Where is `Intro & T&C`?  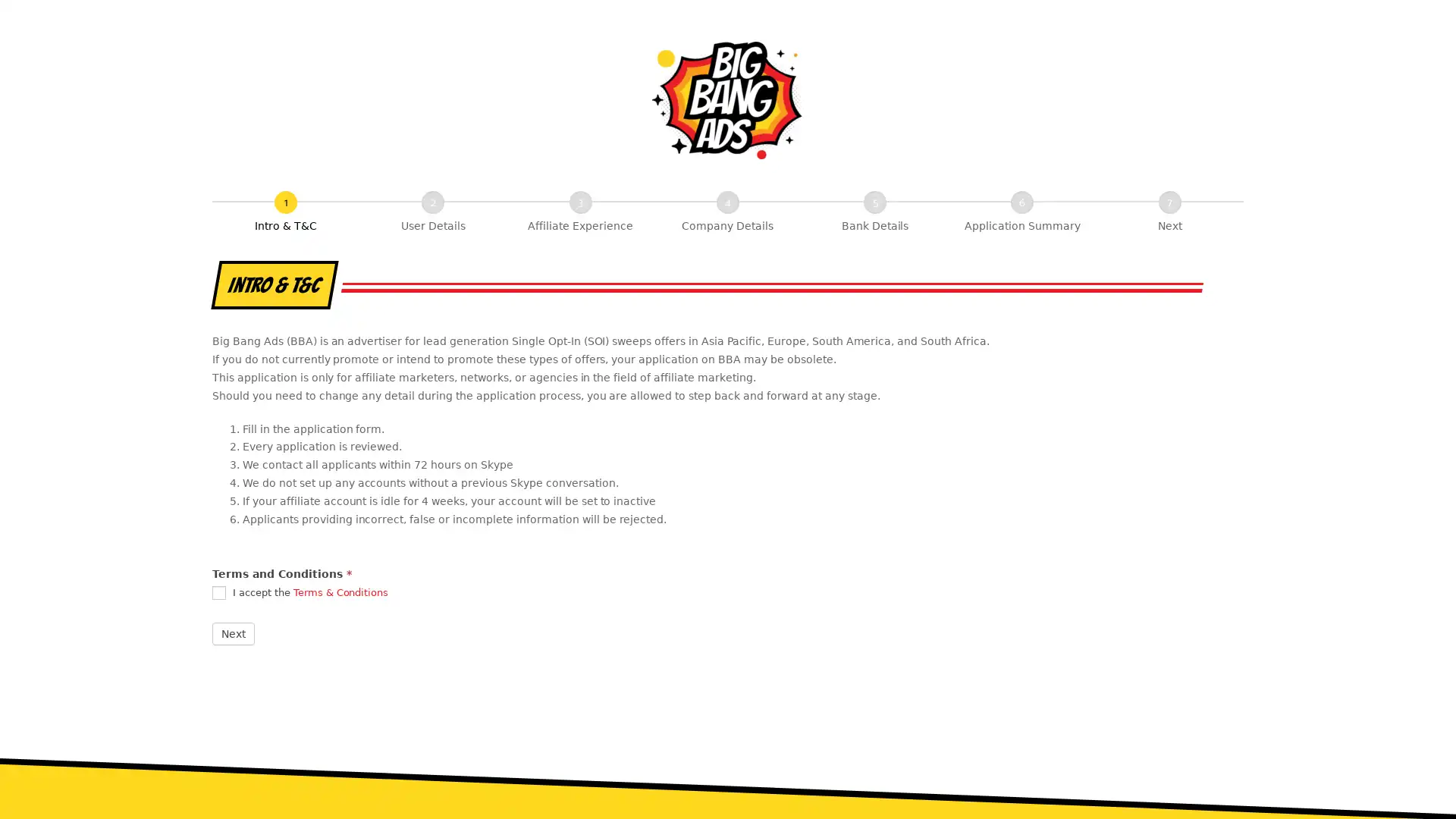
Intro & T&C is located at coordinates (286, 201).